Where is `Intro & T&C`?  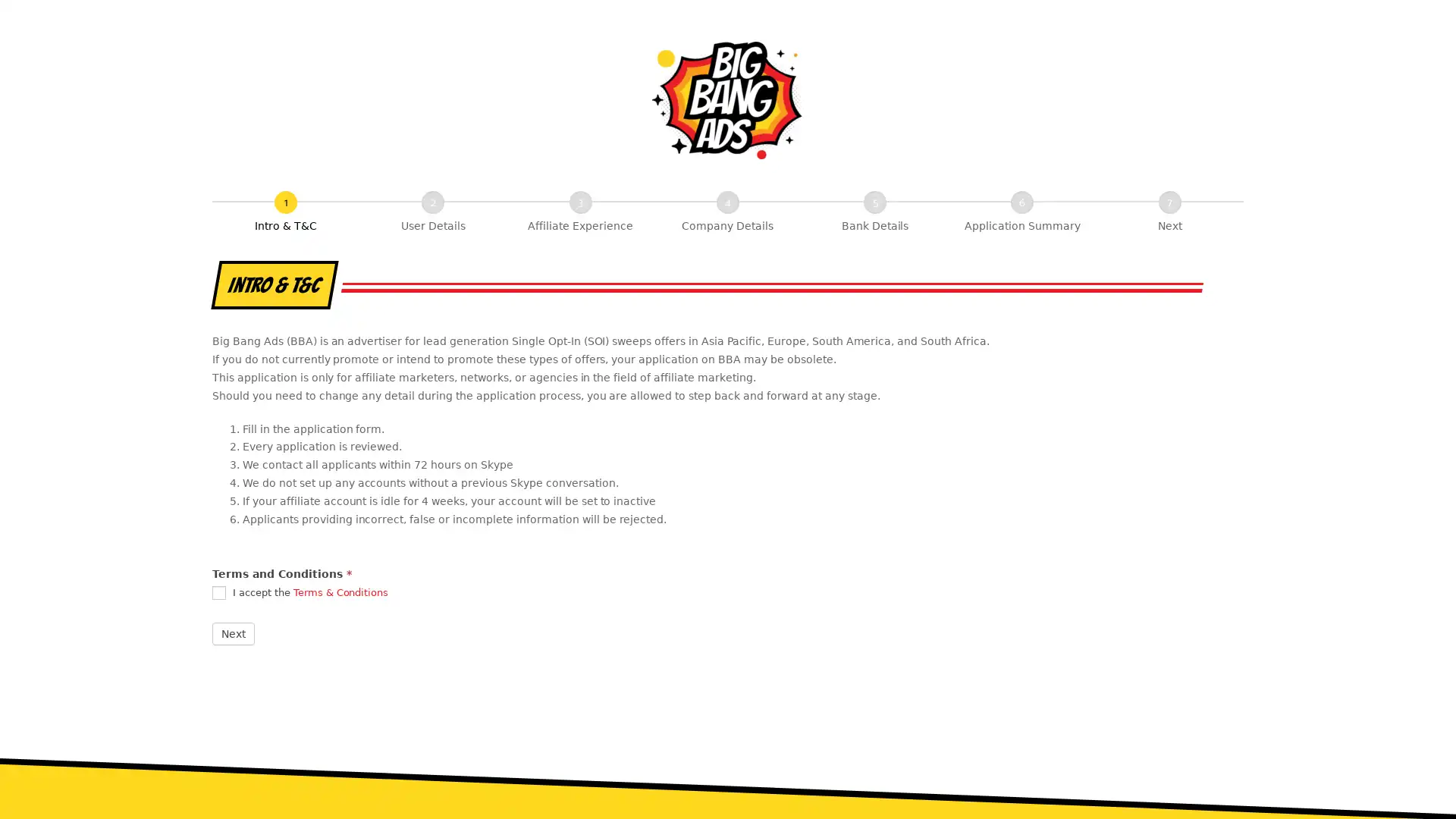
Intro & T&C is located at coordinates (286, 201).